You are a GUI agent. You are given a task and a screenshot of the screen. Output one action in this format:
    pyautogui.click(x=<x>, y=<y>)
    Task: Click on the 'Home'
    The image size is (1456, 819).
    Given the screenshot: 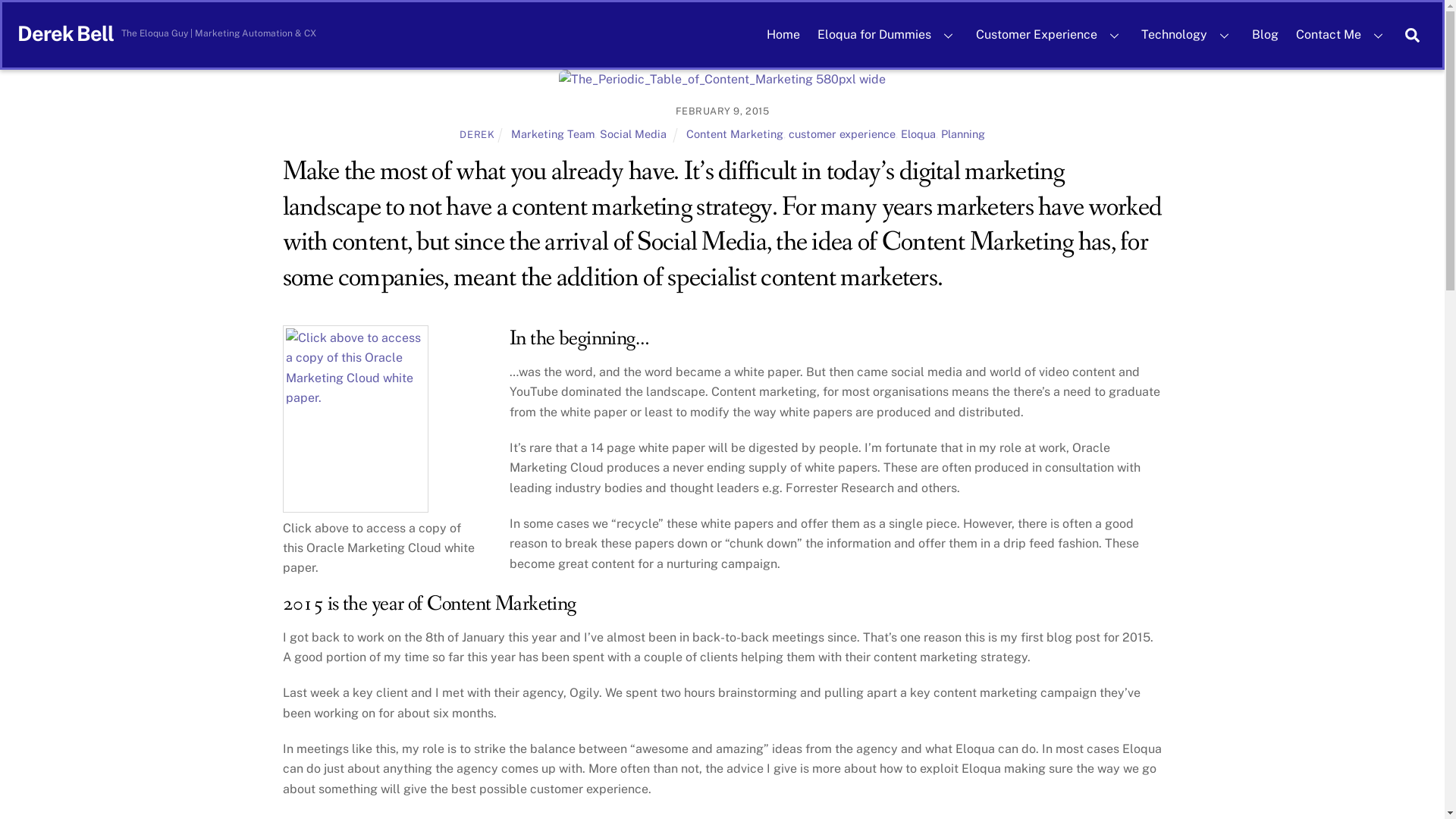 What is the action you would take?
    pyautogui.click(x=783, y=34)
    